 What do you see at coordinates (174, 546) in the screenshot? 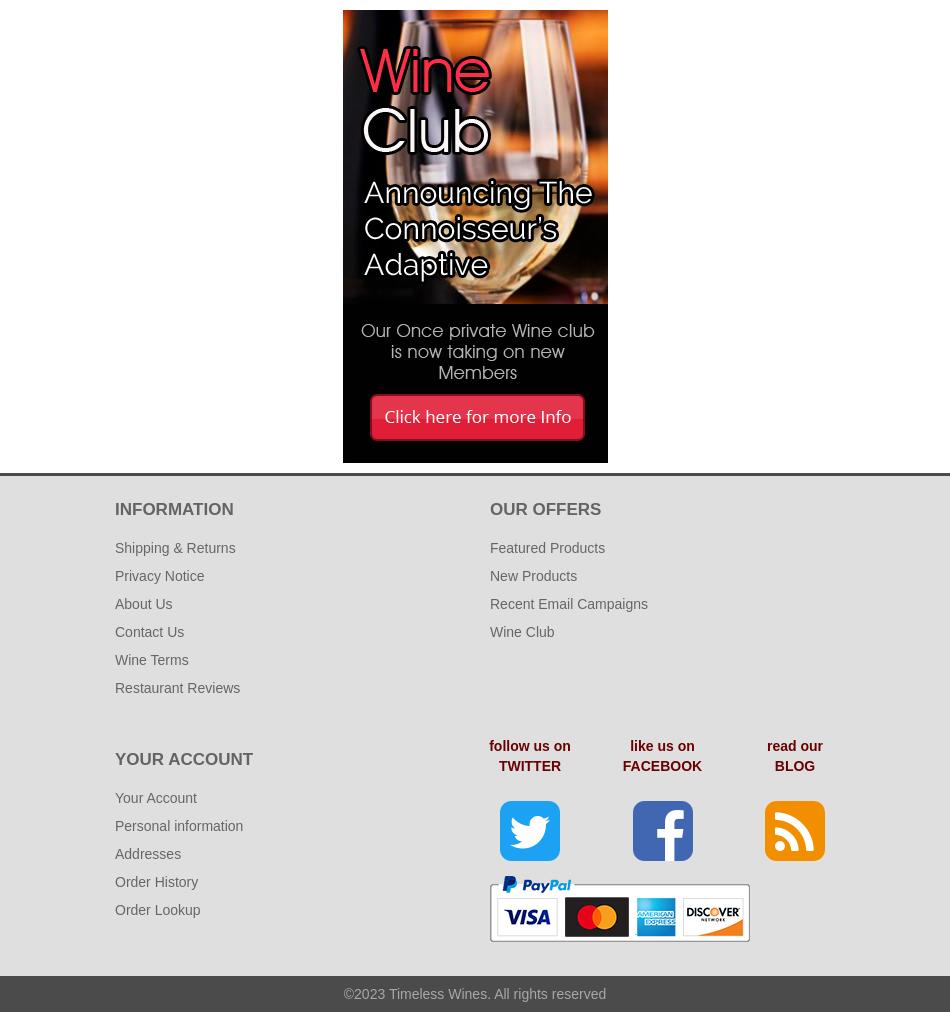
I see `'Shipping & Returns'` at bounding box center [174, 546].